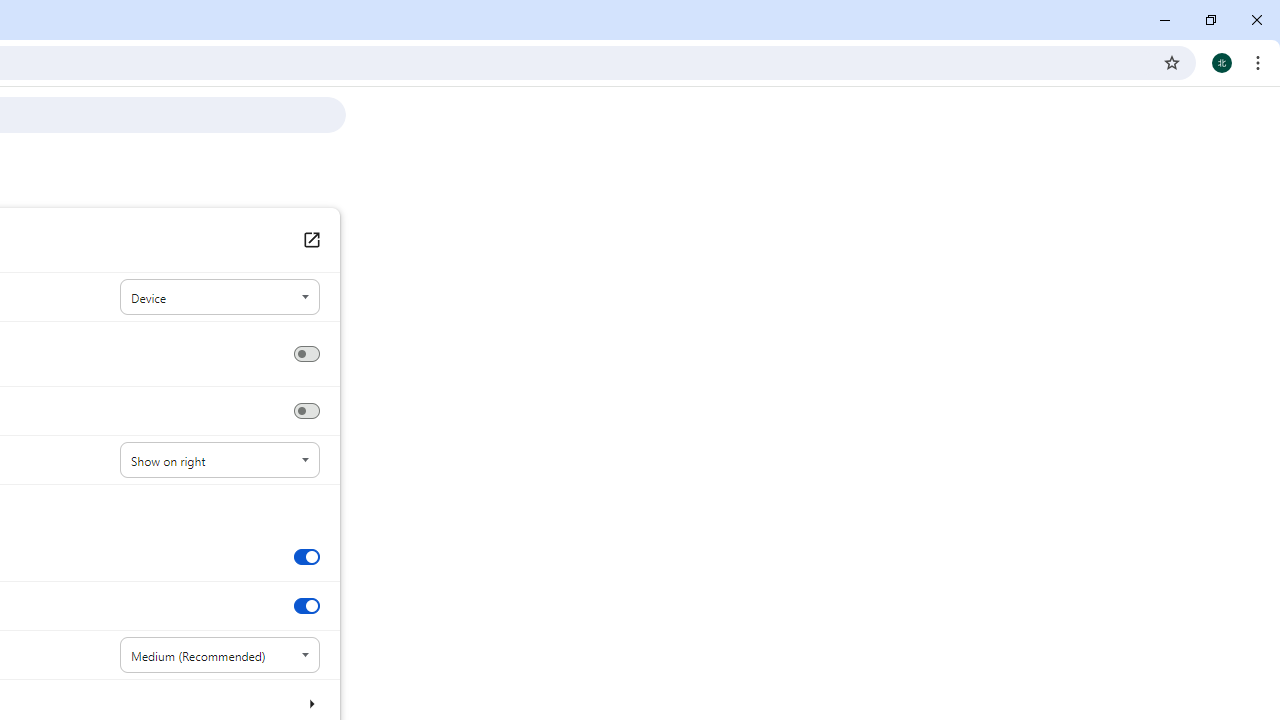 The width and height of the screenshot is (1280, 720). I want to click on 'Show tab preview images', so click(305, 557).